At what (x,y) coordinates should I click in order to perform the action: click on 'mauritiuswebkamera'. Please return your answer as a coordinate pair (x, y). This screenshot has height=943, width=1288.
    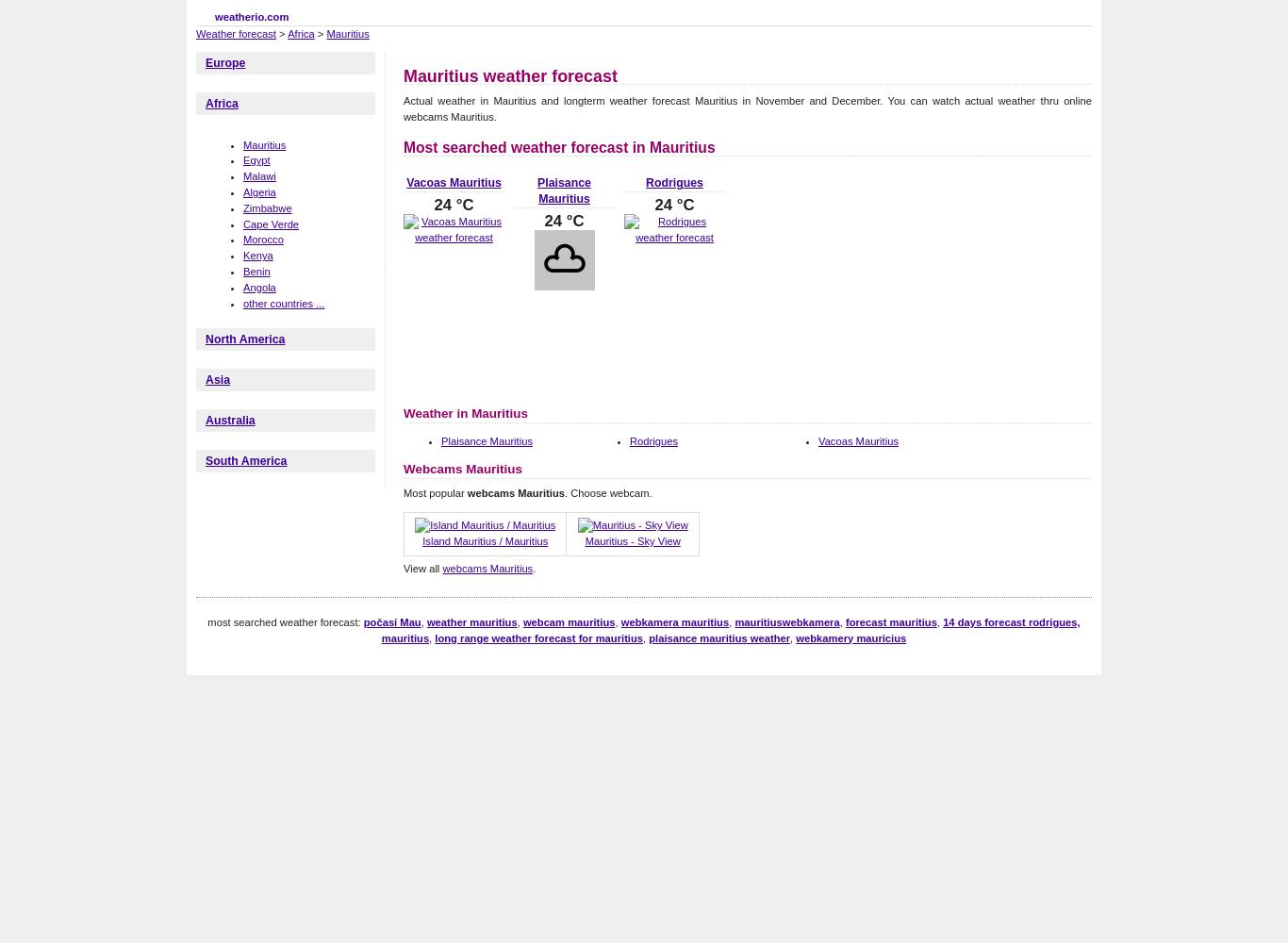
    Looking at the image, I should click on (735, 621).